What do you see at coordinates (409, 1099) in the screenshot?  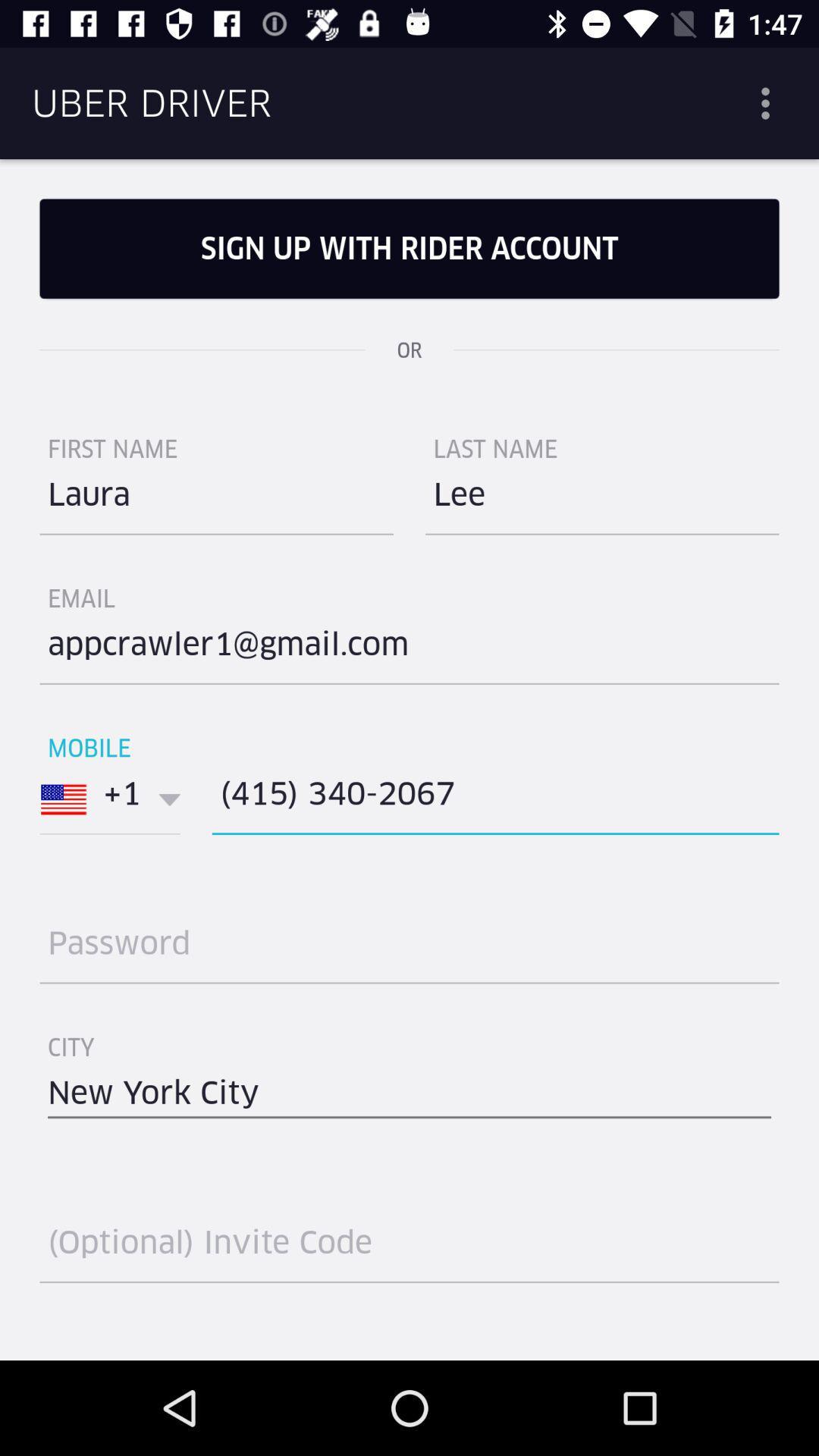 I see `the item below the city icon` at bounding box center [409, 1099].